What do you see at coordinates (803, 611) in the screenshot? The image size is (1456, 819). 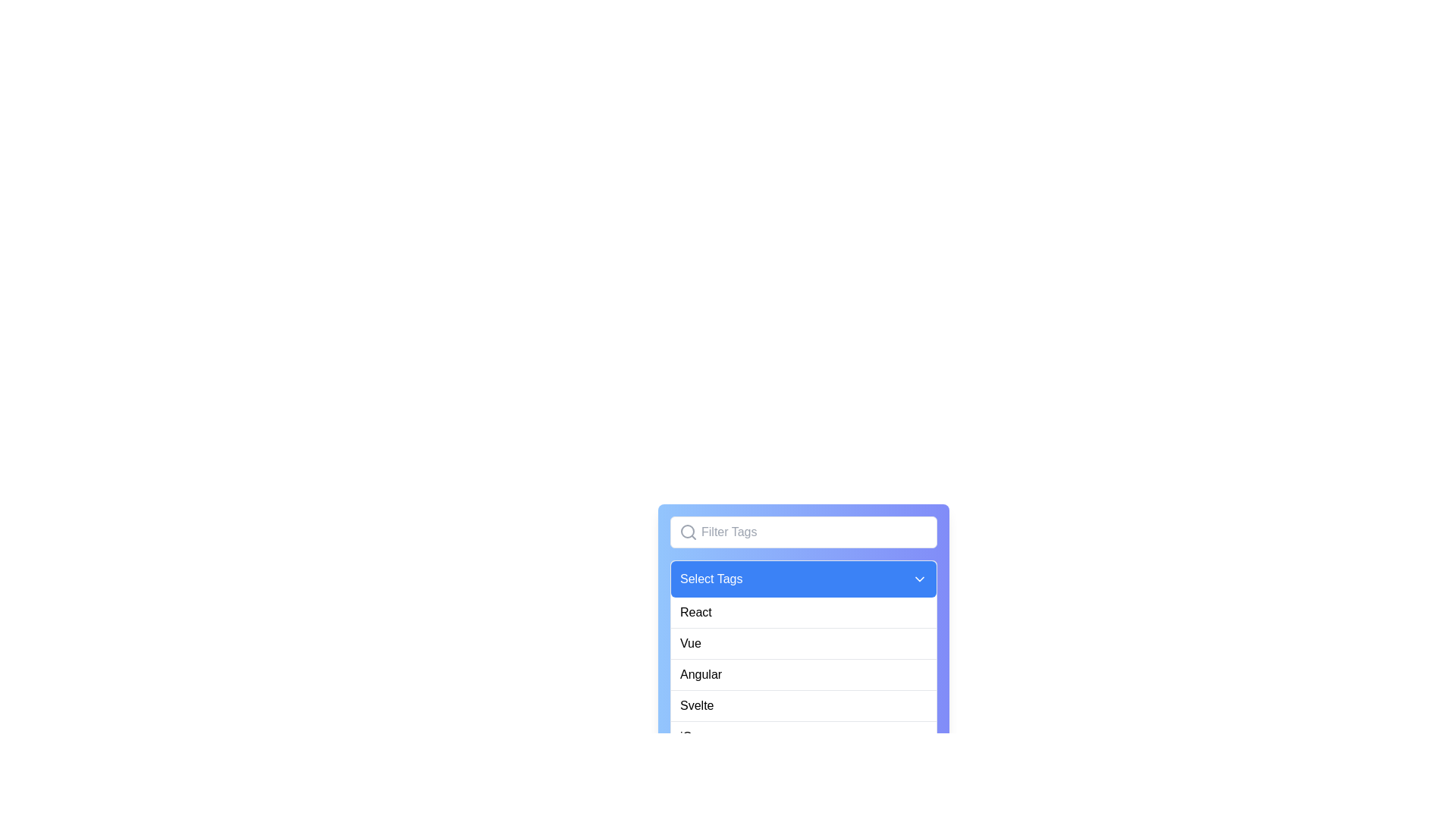 I see `the first option in the dropdown menu labeled 'Select Tags'` at bounding box center [803, 611].